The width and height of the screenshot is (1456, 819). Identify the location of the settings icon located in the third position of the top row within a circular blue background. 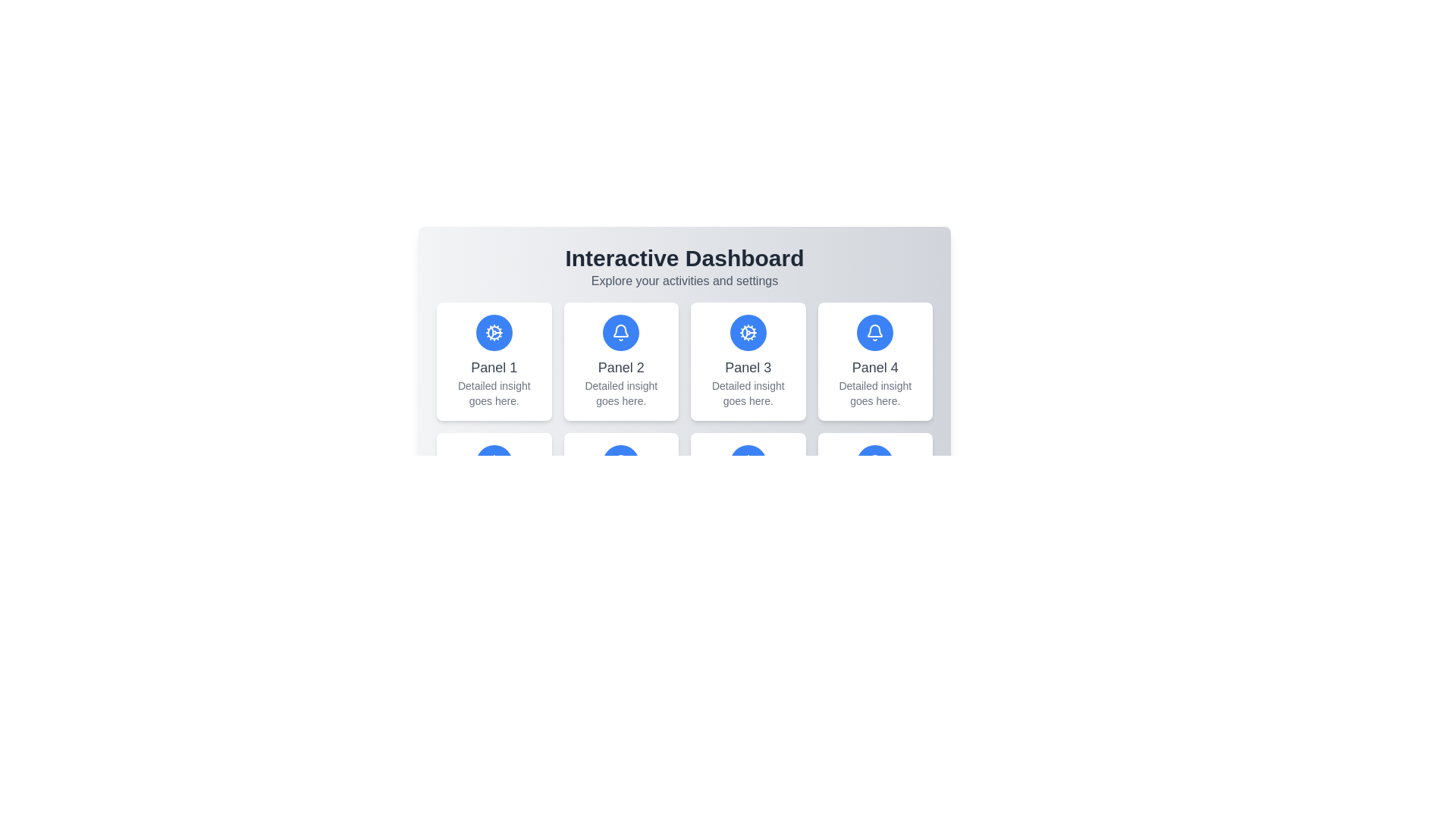
(494, 332).